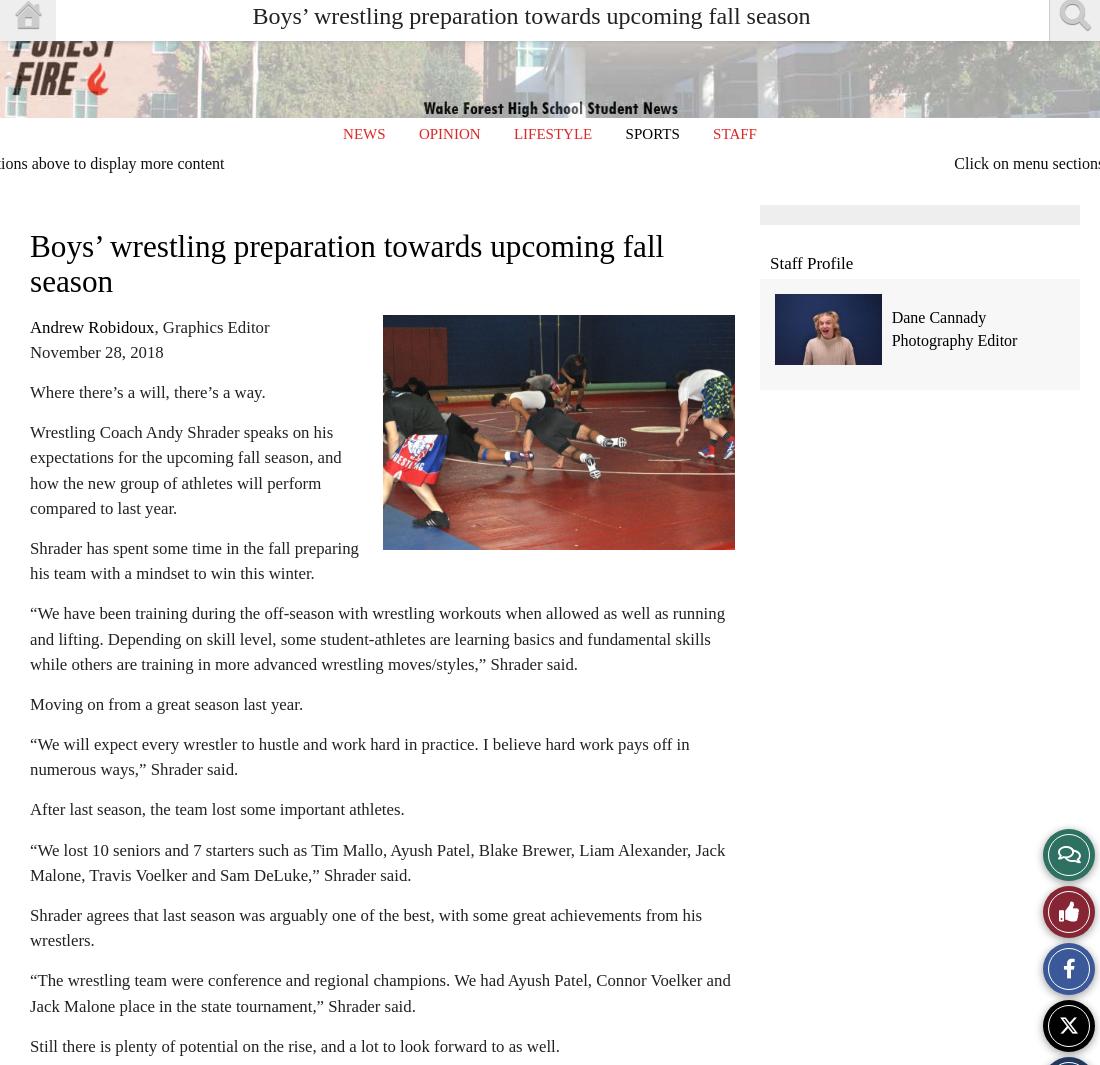  I want to click on '“We have been training during the off-season with wrestling workouts when allowed as well as running and lifting. Depending on skill level, some student-athletes are learning basics and fundamental skills while others are training in more advanced wrestling moves/styles,” Shrader said.', so click(377, 638).